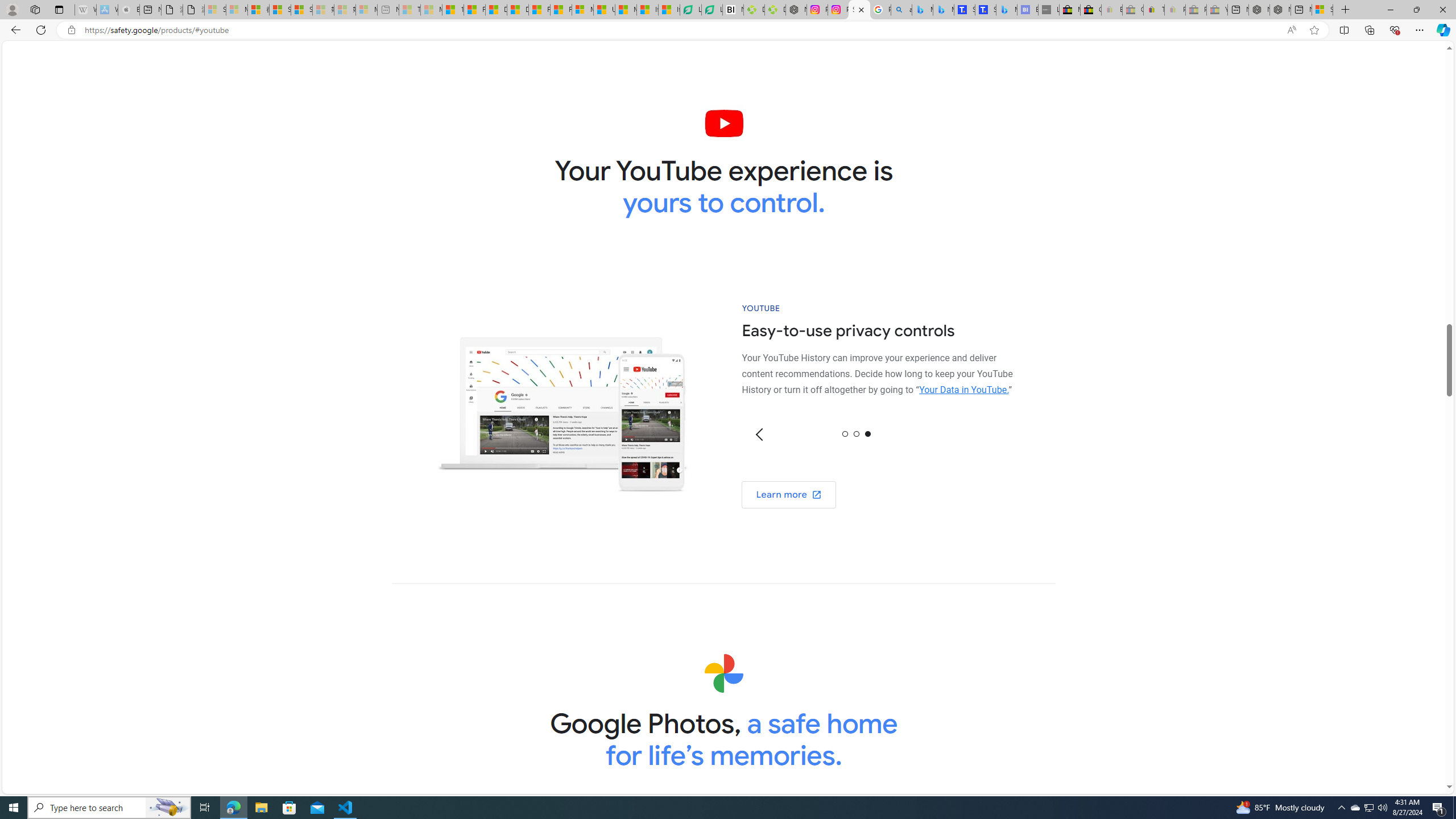  Describe the element at coordinates (236, 9) in the screenshot. I see `'Microsoft Services Agreement - Sleeping'` at that location.